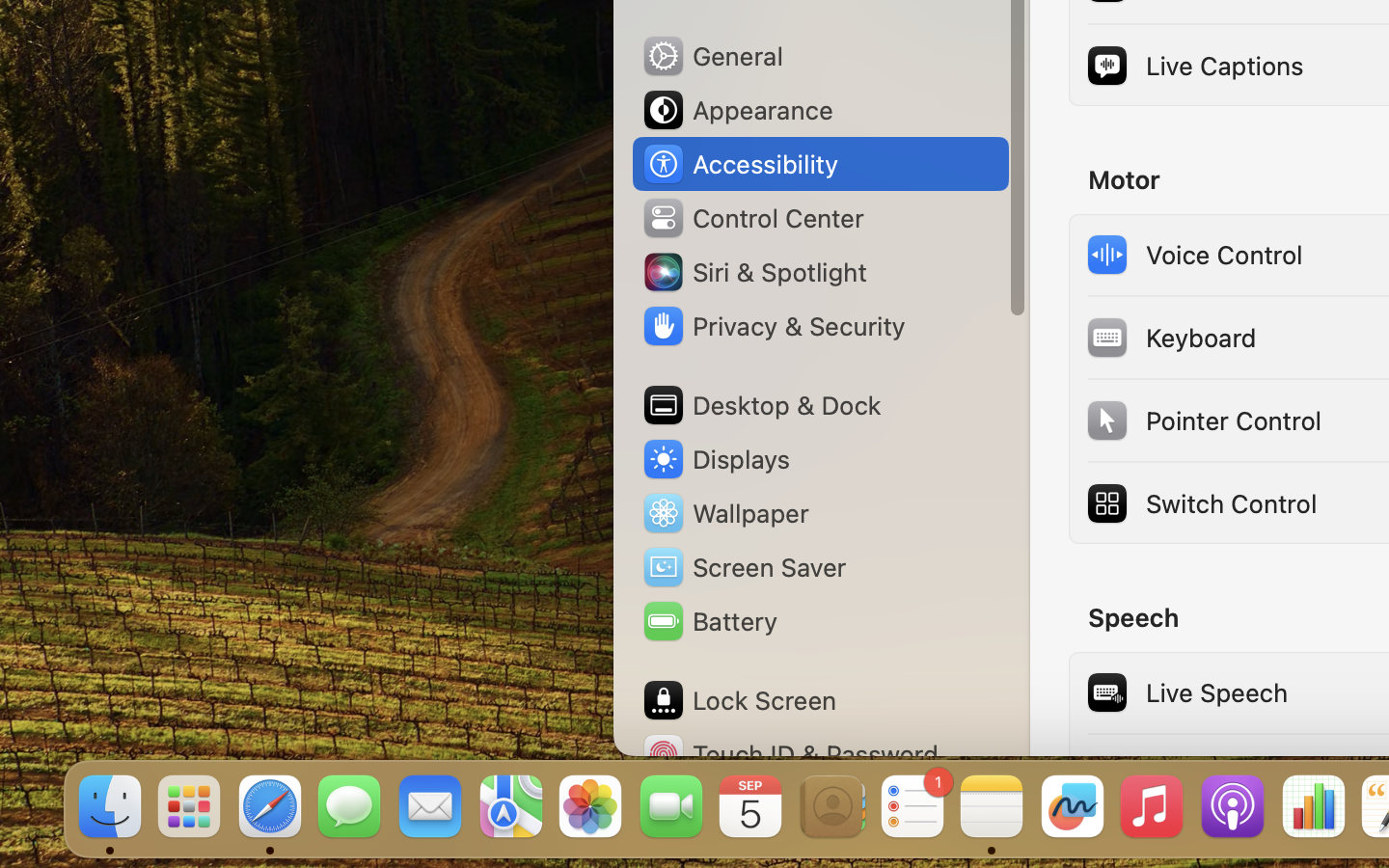 Image resolution: width=1389 pixels, height=868 pixels. What do you see at coordinates (715, 458) in the screenshot?
I see `'Displays'` at bounding box center [715, 458].